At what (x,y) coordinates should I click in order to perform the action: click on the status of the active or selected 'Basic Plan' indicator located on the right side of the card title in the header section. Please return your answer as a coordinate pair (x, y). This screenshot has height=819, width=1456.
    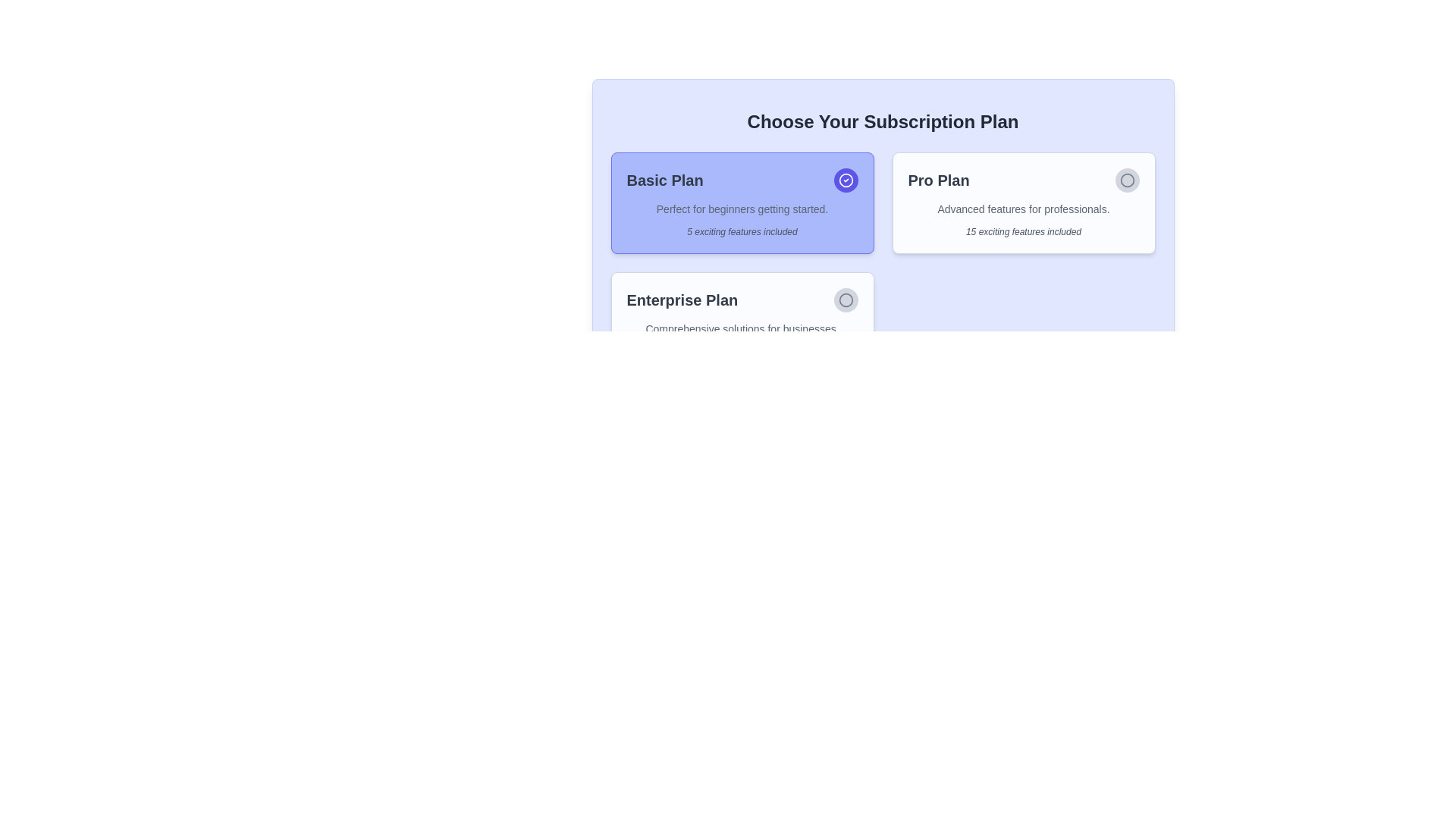
    Looking at the image, I should click on (845, 180).